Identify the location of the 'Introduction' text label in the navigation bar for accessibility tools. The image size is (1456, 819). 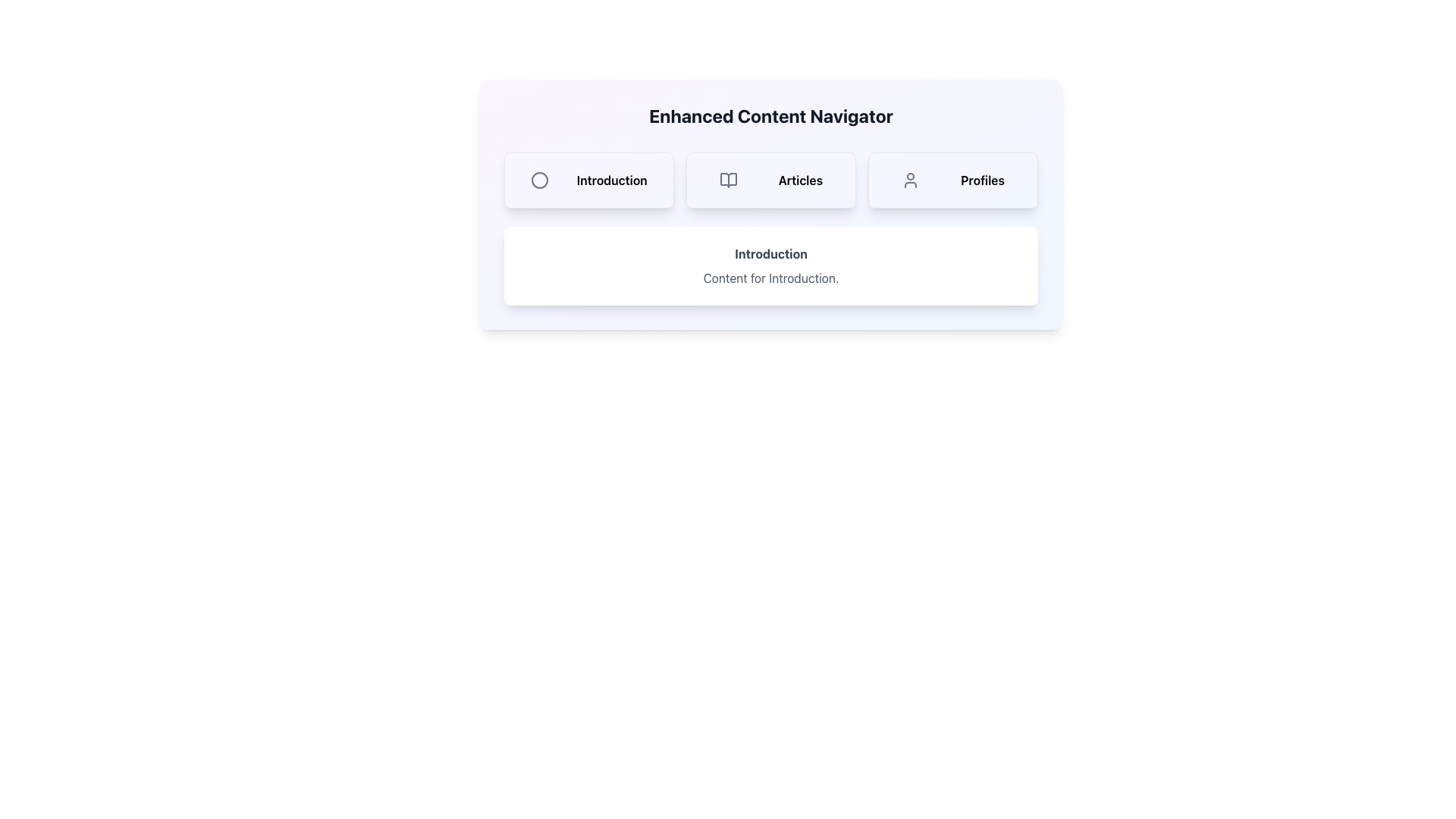
(612, 180).